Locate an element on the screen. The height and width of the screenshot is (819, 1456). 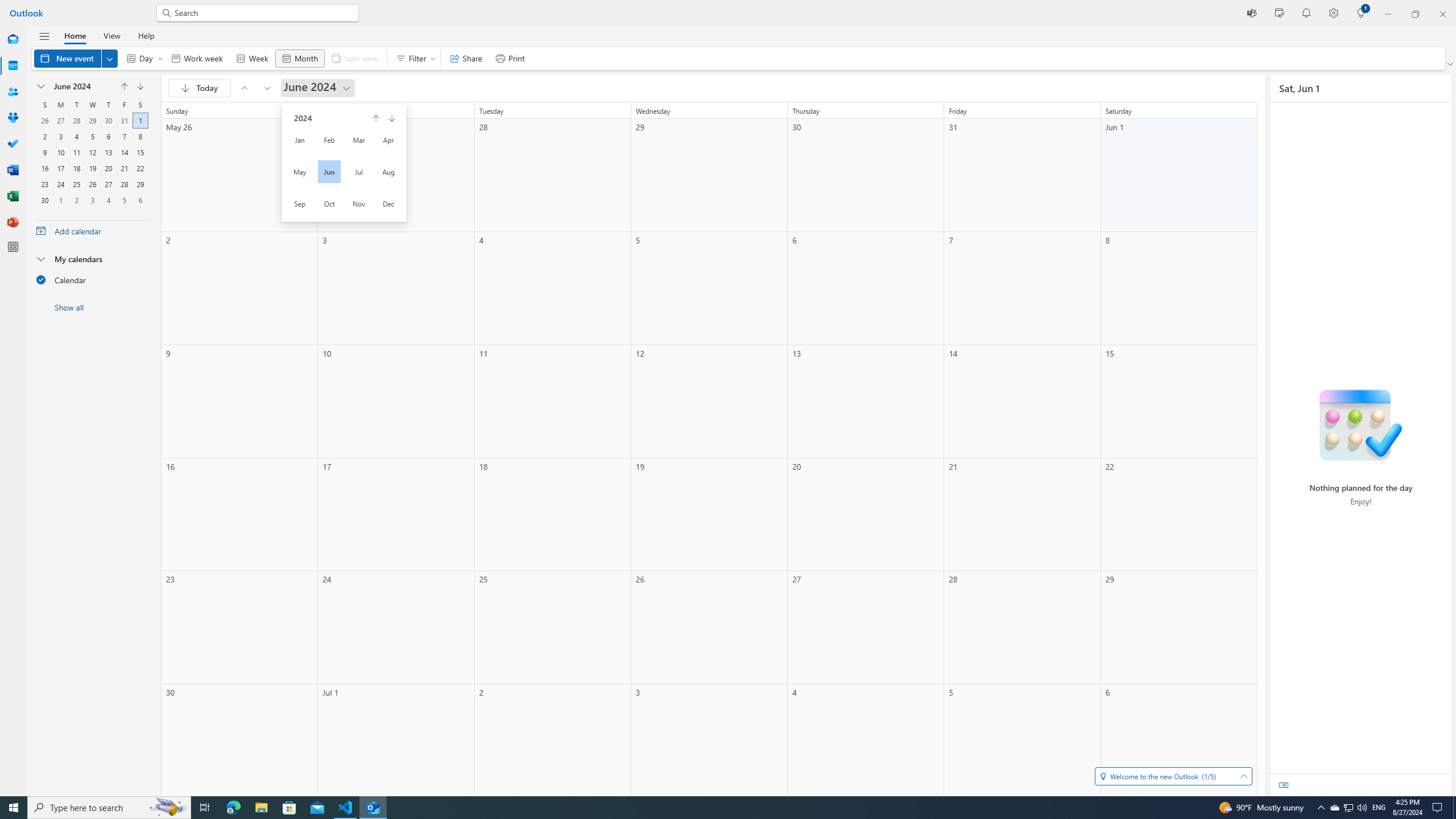
'Expand to see more New options' is located at coordinates (109, 58).